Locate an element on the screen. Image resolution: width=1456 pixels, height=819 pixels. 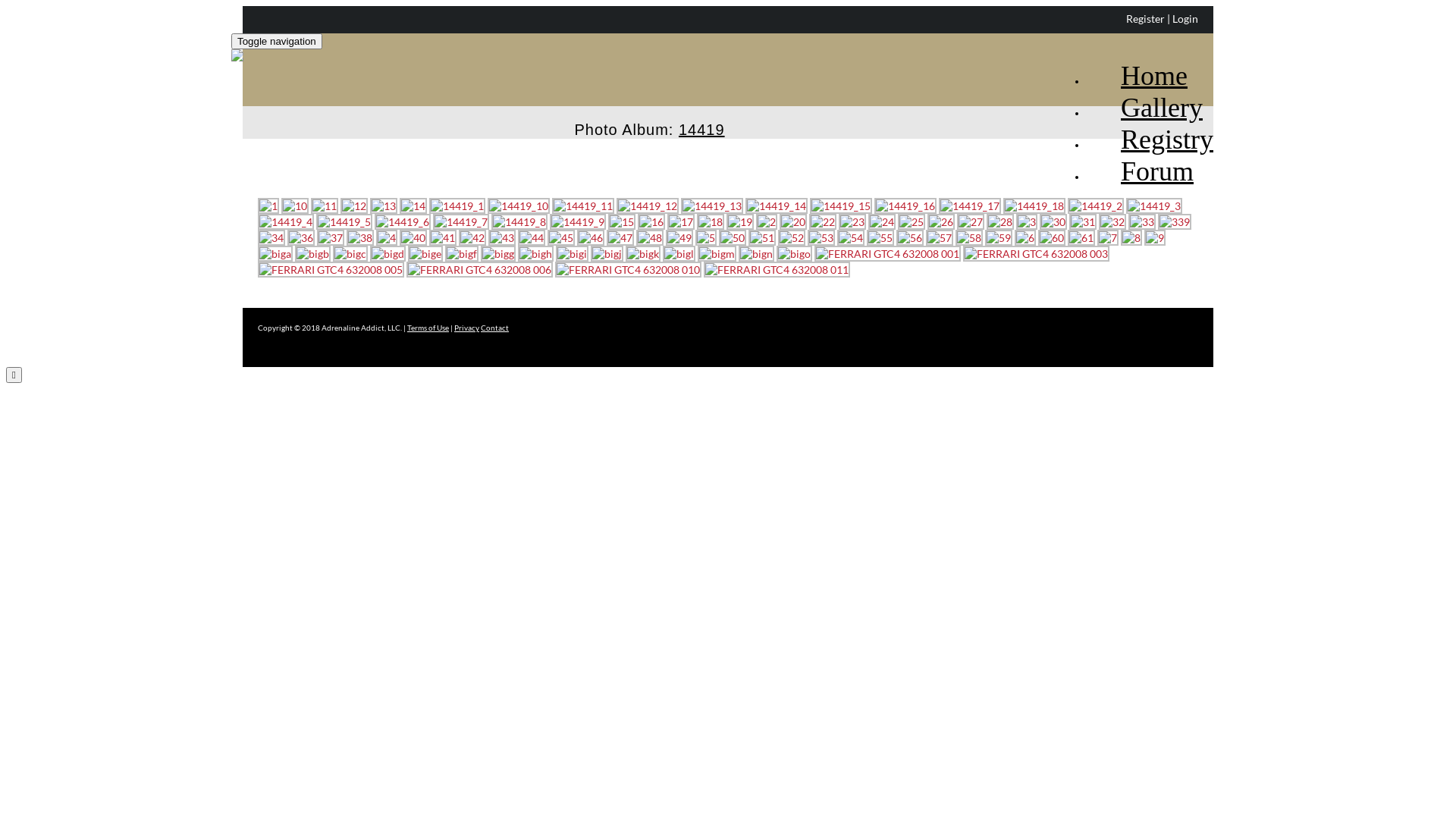
'34 (click to enlarge)' is located at coordinates (258, 237).